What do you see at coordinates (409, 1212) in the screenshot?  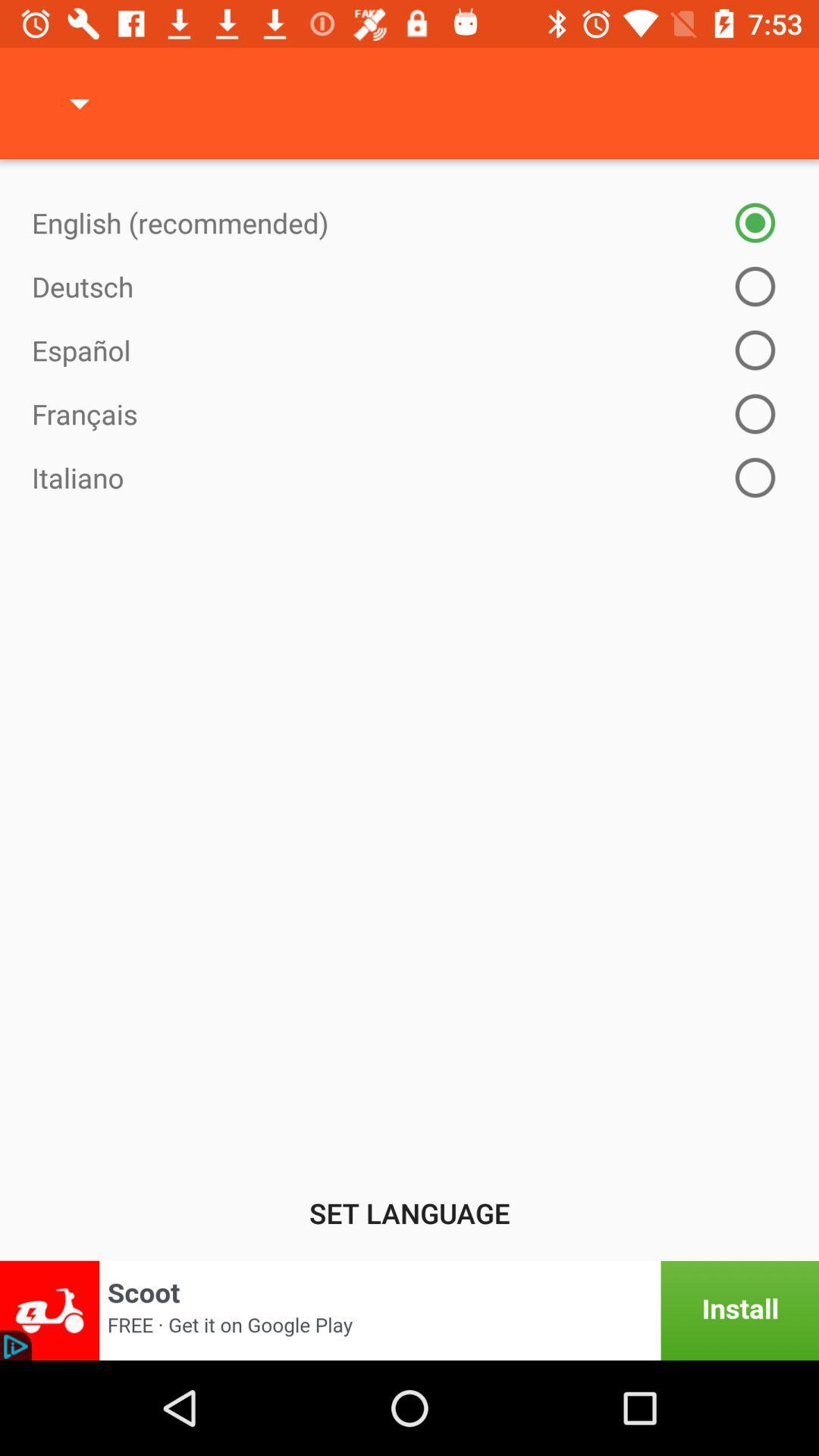 I see `set language item` at bounding box center [409, 1212].